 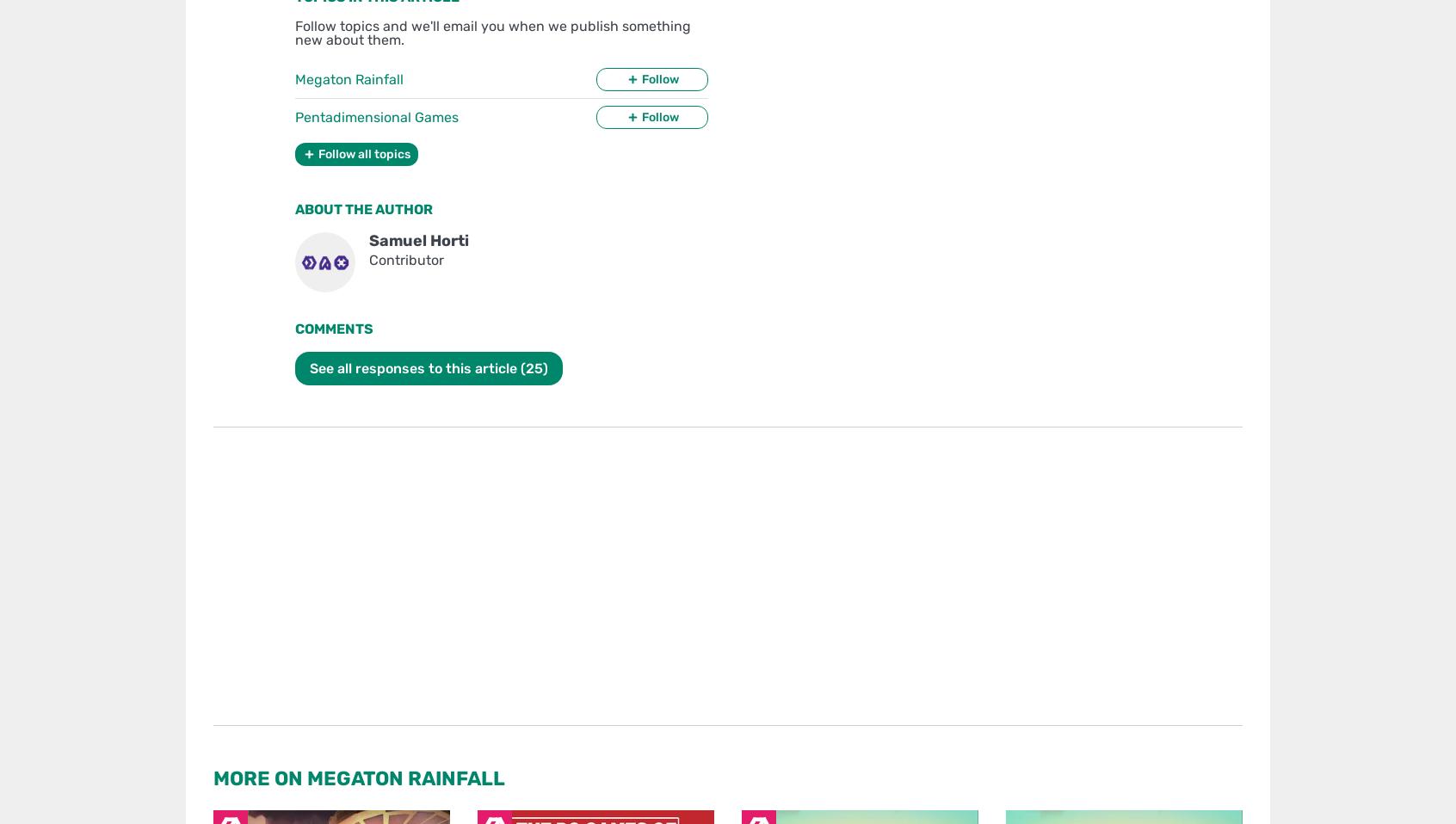 What do you see at coordinates (364, 153) in the screenshot?
I see `'Follow all topics'` at bounding box center [364, 153].